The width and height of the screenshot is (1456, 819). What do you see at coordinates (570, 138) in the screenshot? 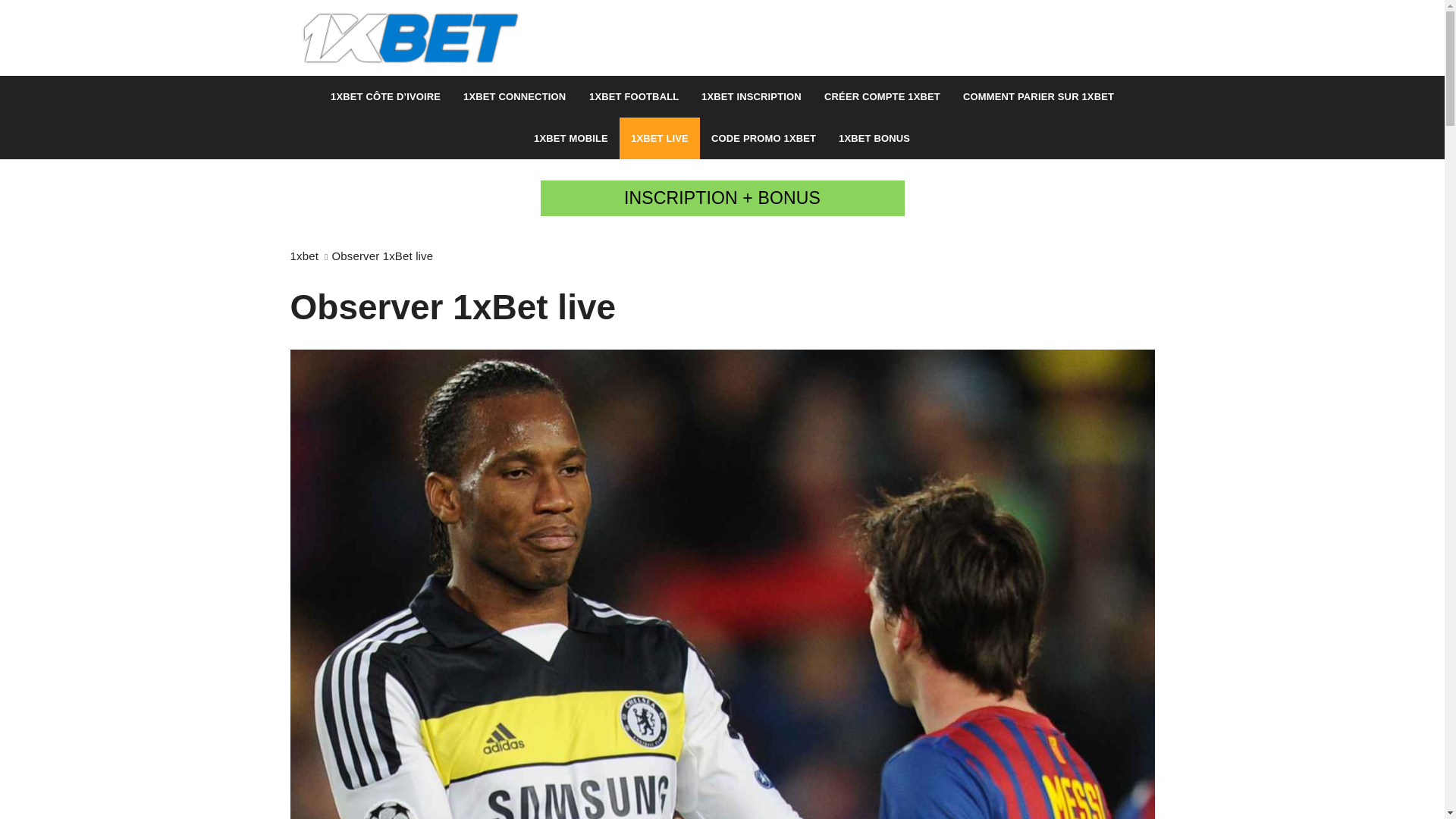
I see `'1XBET MOBILE'` at bounding box center [570, 138].